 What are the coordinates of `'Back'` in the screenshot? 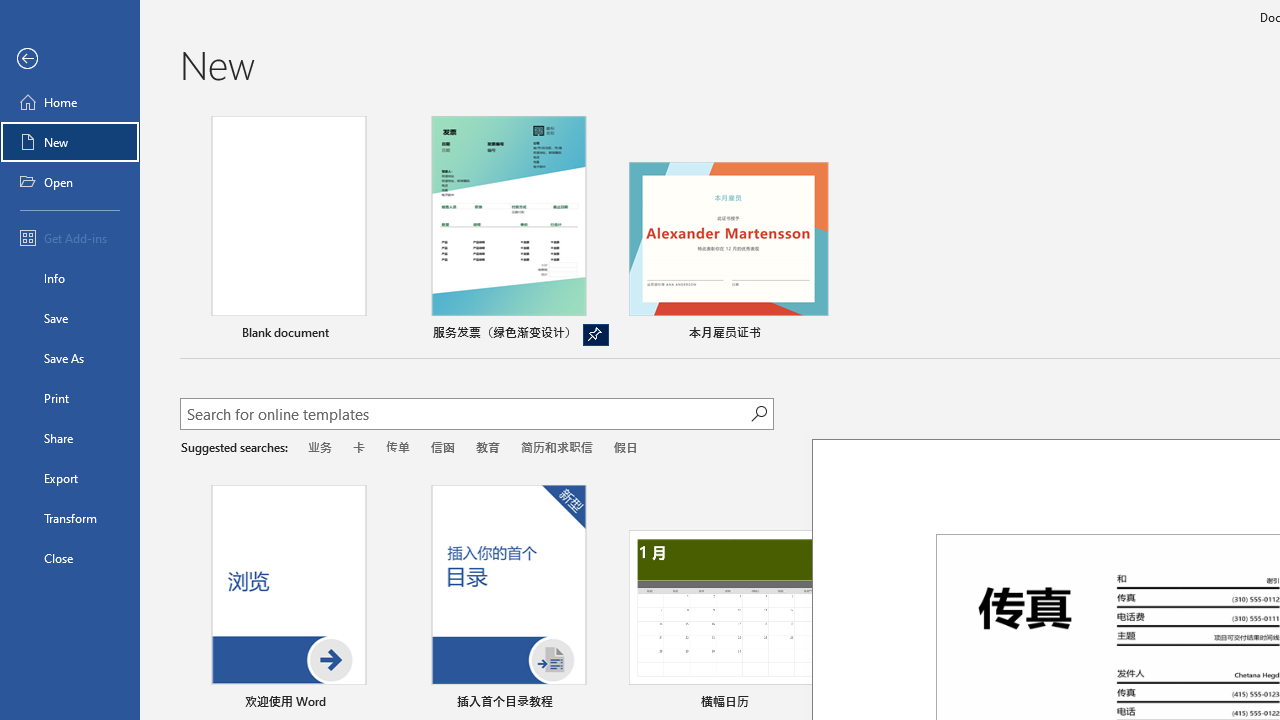 It's located at (69, 58).